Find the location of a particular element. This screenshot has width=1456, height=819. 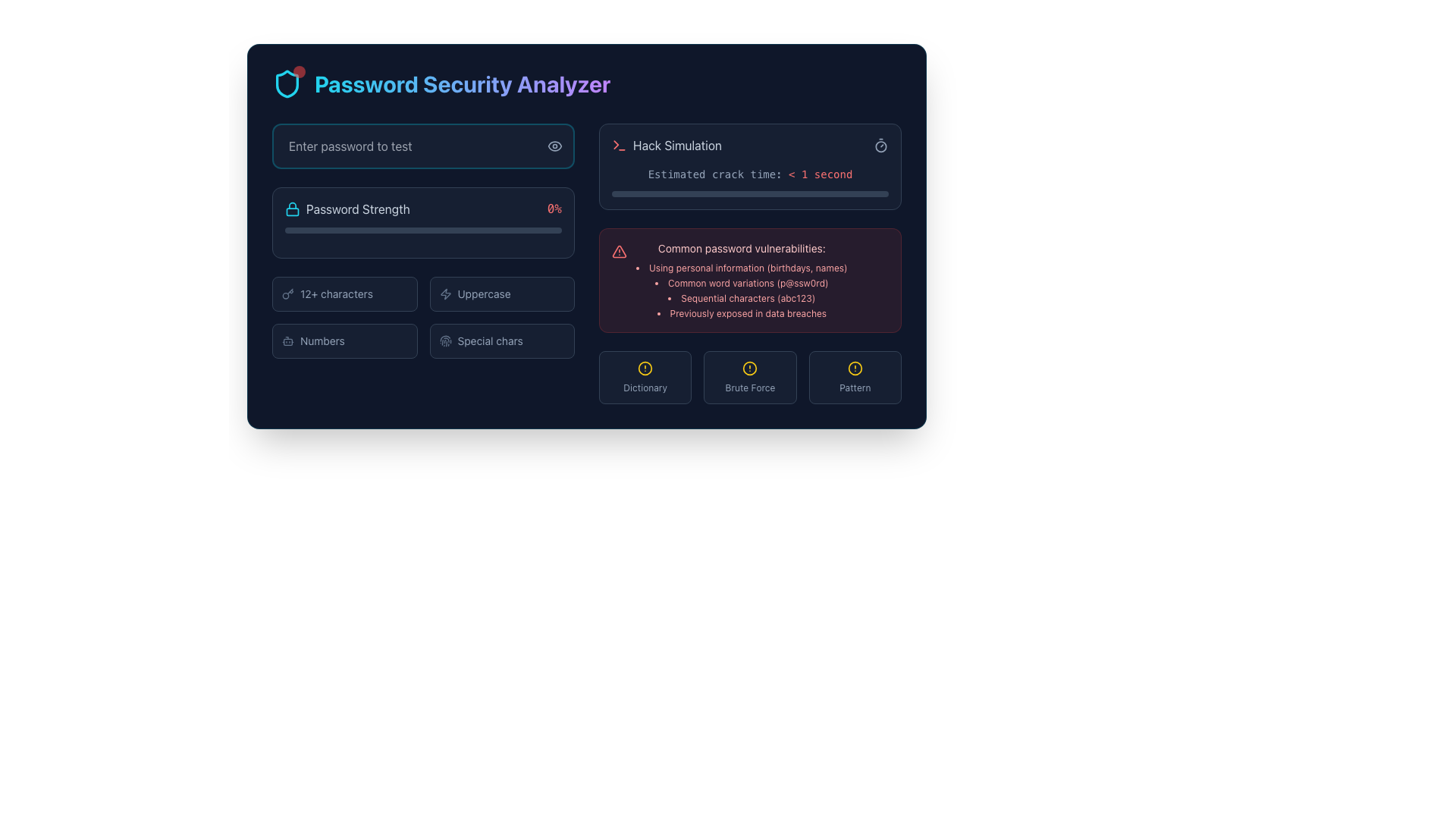

the Text indicator with accompanying icon related to uppercase character evaluation in the password assessment tool is located at coordinates (502, 294).